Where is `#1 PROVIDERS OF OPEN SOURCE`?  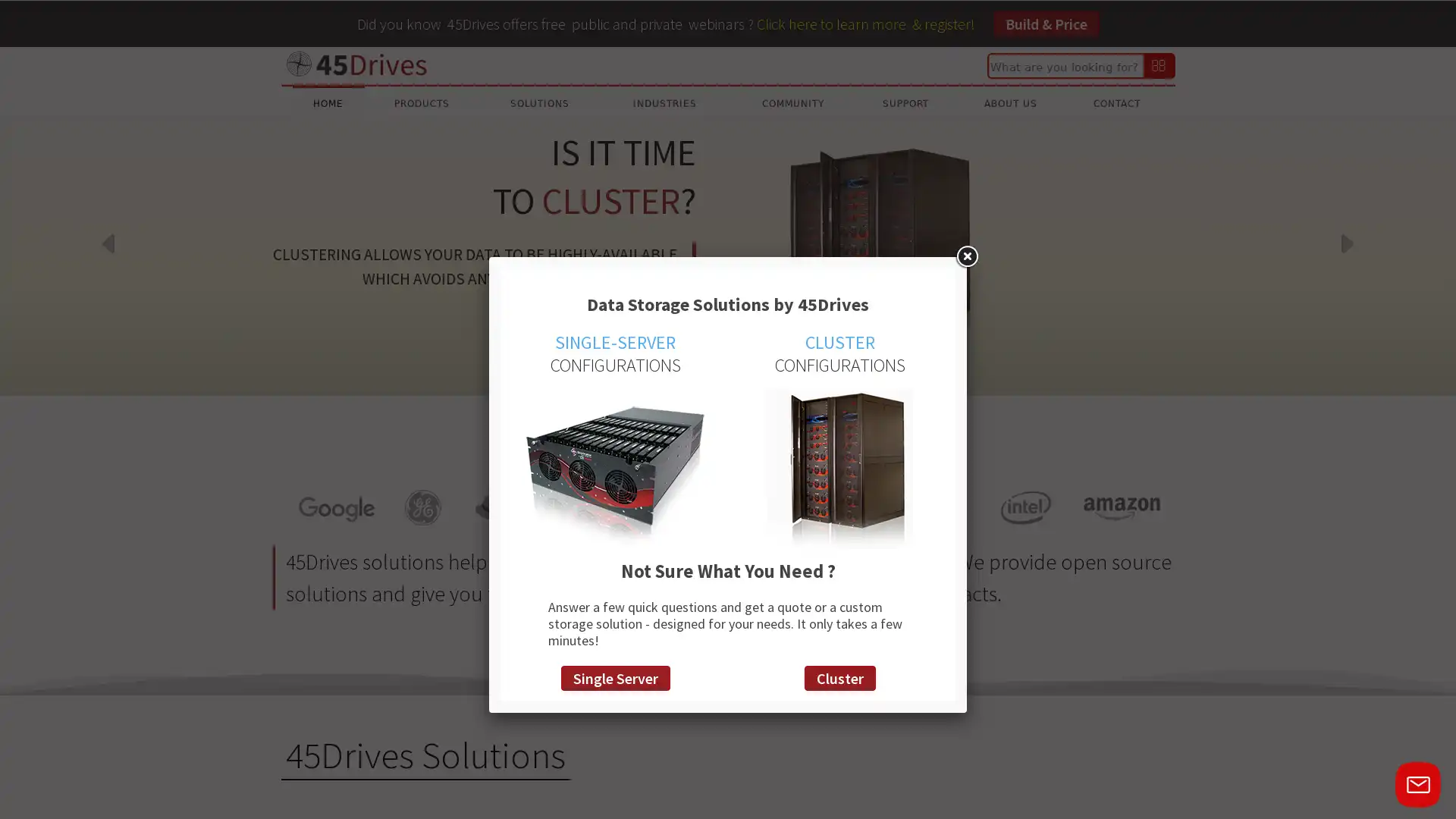
#1 PROVIDERS OF OPEN SOURCE is located at coordinates (742, 375).